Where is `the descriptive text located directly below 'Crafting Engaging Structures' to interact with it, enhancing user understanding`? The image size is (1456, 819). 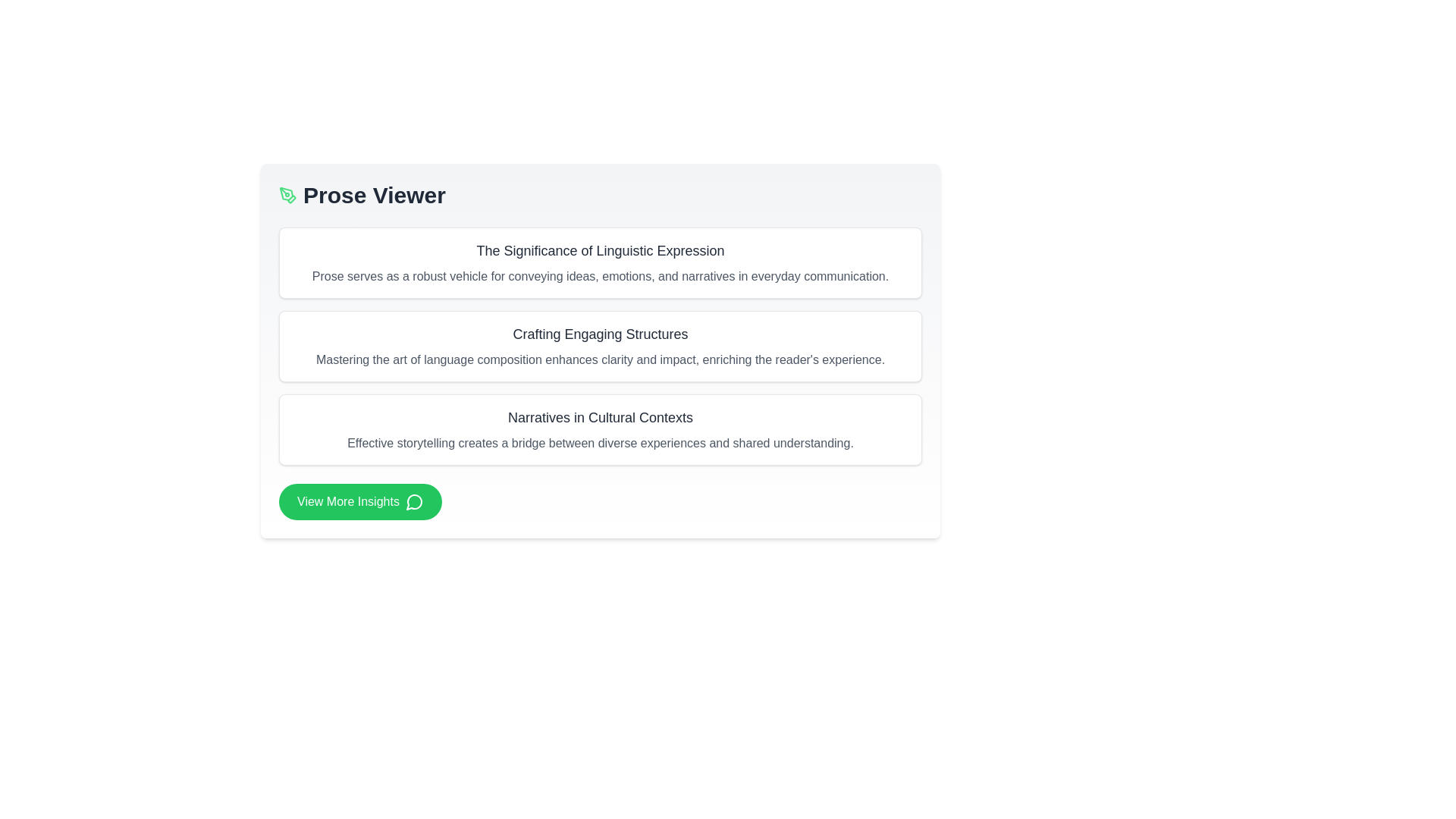
the descriptive text located directly below 'Crafting Engaging Structures' to interact with it, enhancing user understanding is located at coordinates (600, 359).